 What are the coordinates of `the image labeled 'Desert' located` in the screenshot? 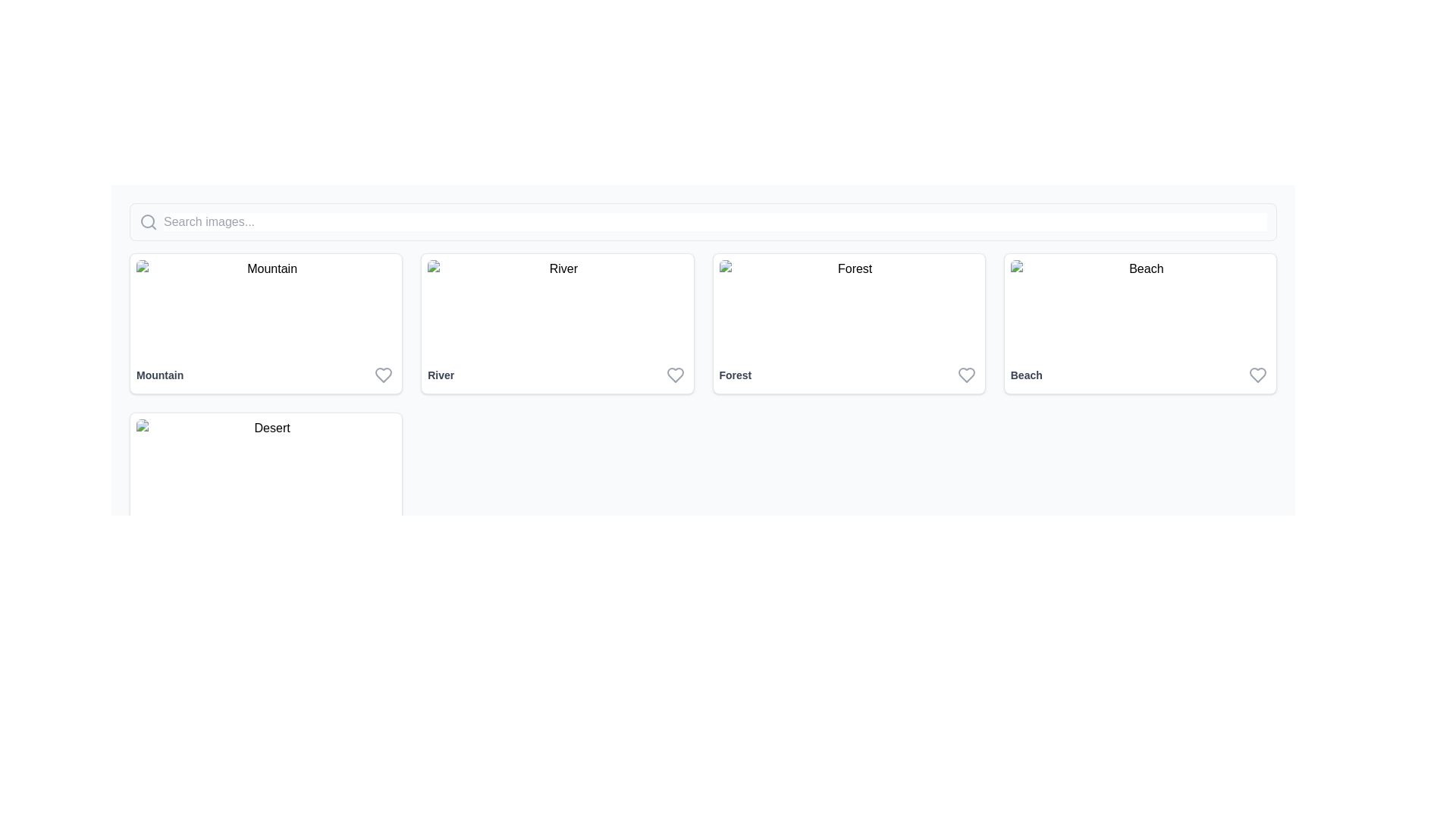 It's located at (266, 467).